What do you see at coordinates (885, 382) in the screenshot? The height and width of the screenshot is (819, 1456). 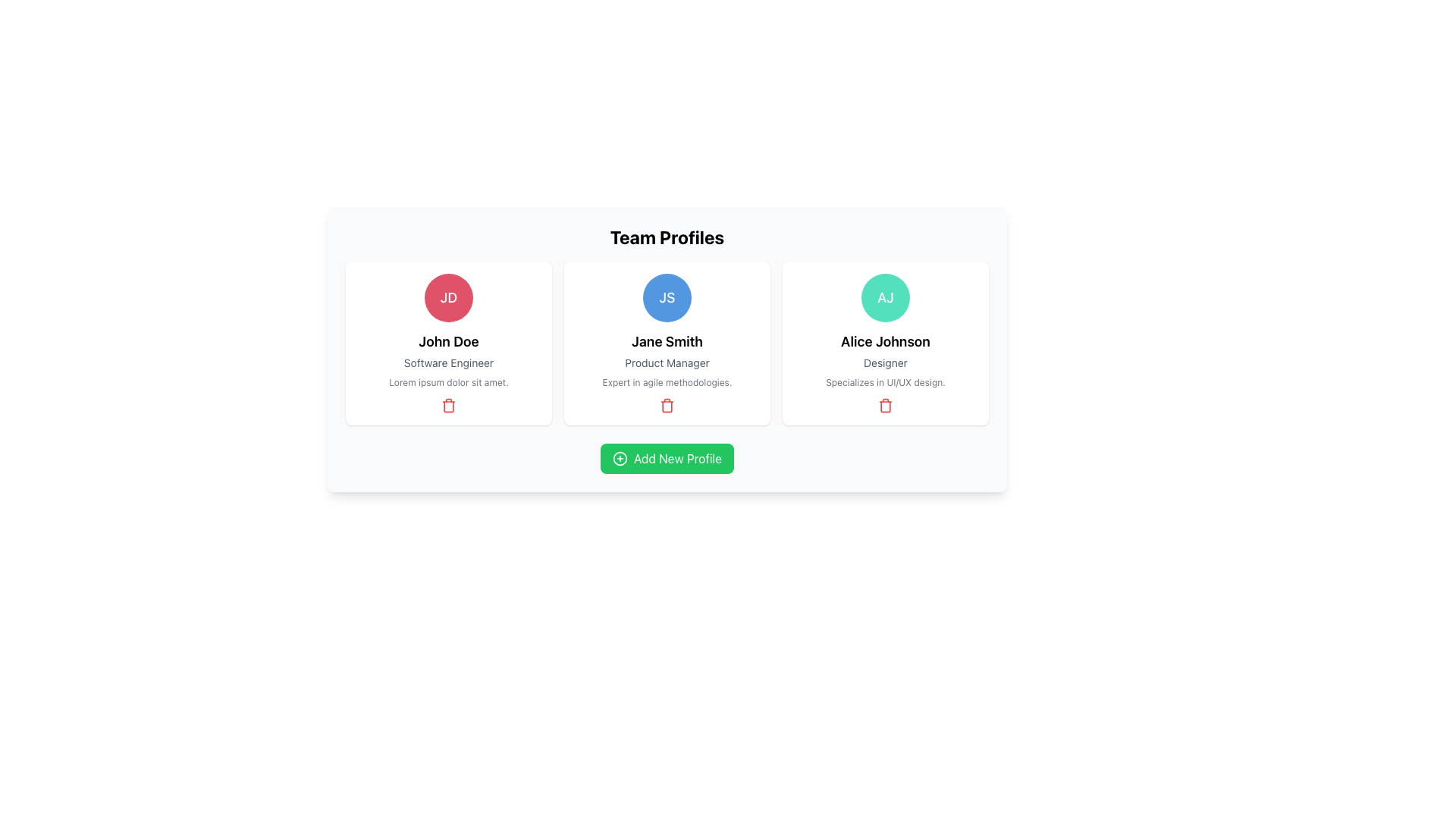 I see `static text labeled 'Specializes in UI/UX design.' located at the bottom of the rightmost profile card, beneath the 'Designer' label` at bounding box center [885, 382].